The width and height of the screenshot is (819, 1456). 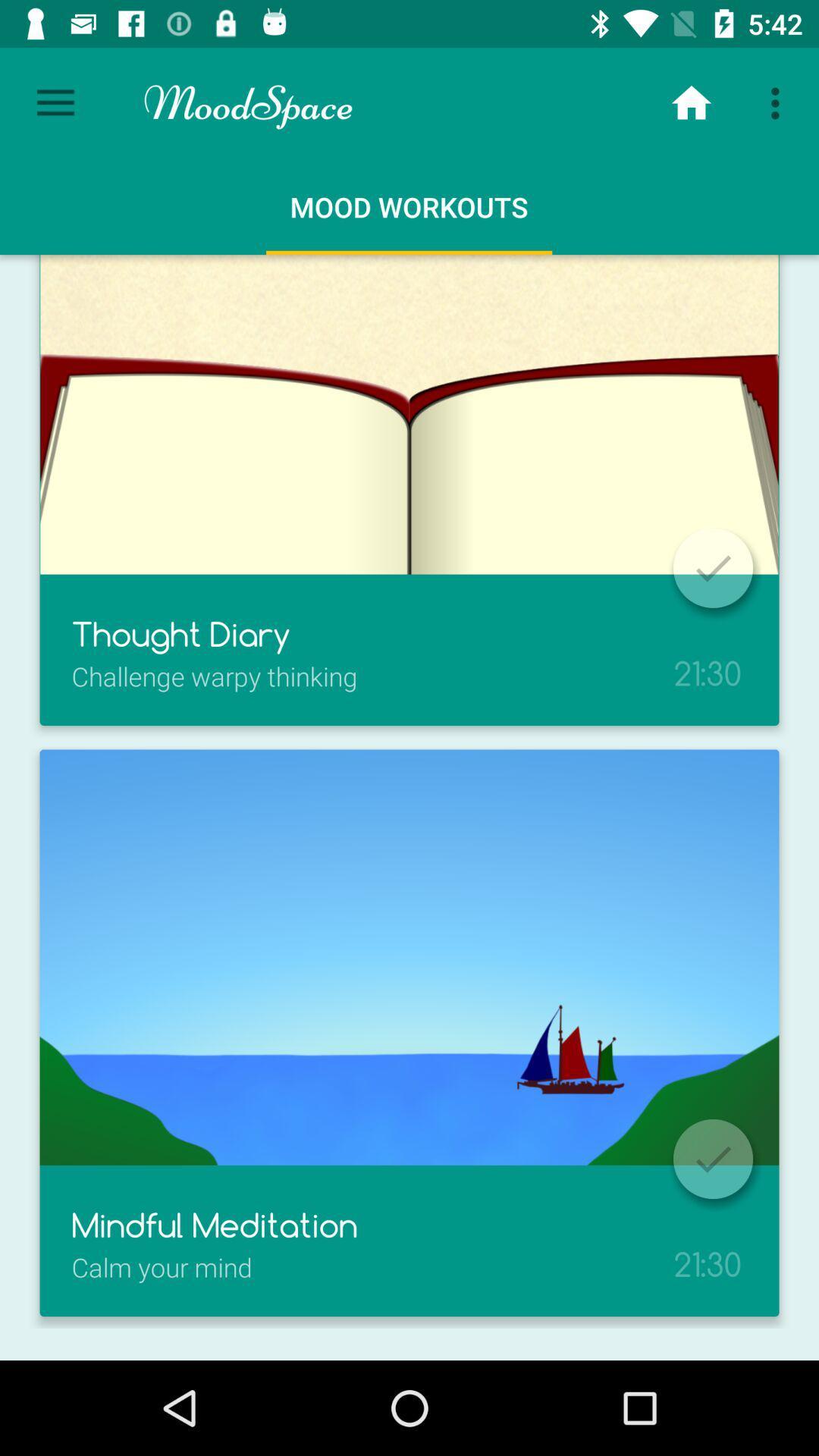 I want to click on the second image, so click(x=409, y=956).